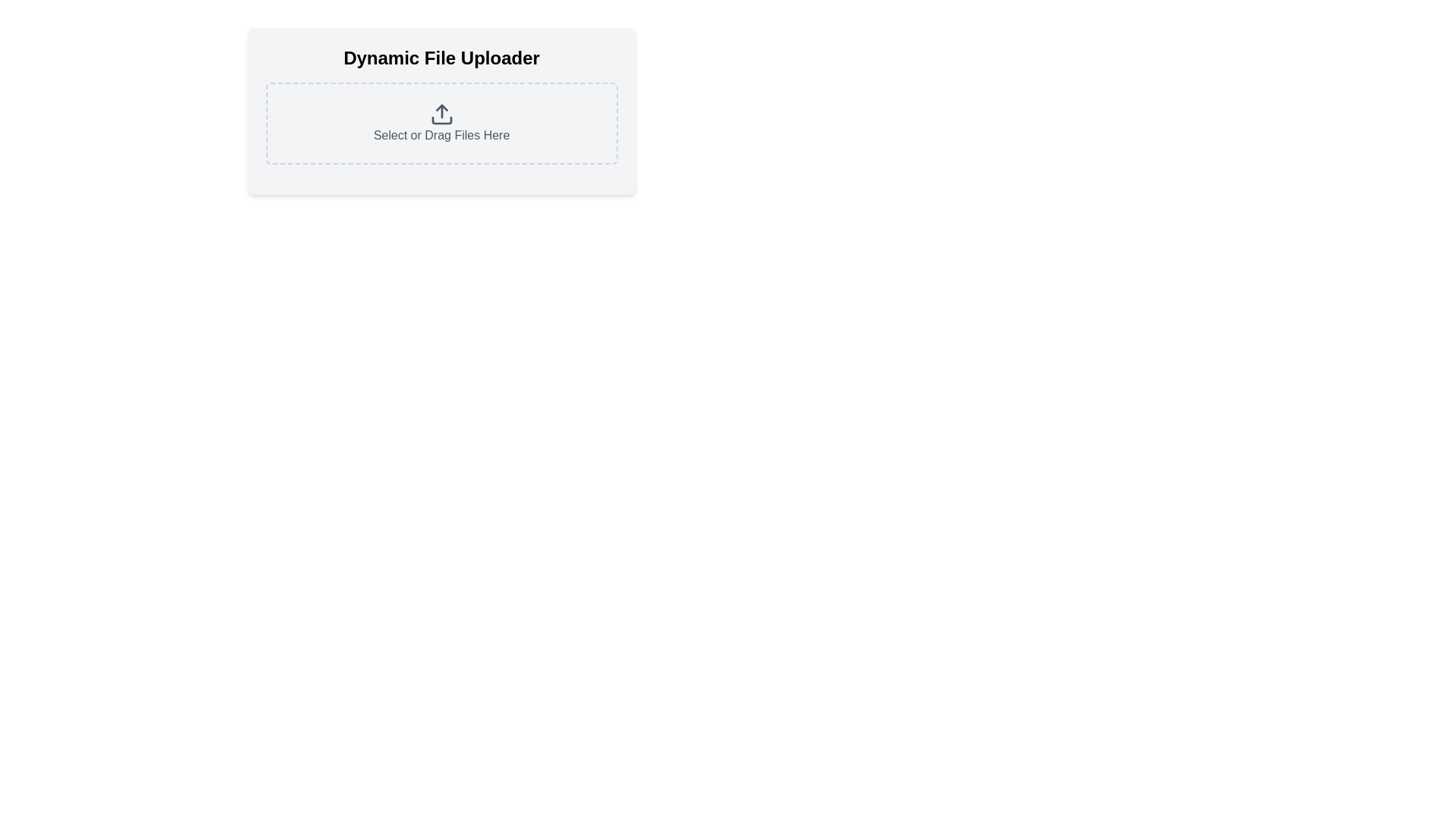 The height and width of the screenshot is (819, 1456). Describe the element at coordinates (441, 122) in the screenshot. I see `files onto the file input field with a light gray background and dashed borders, which contains the text 'Select or Drag Files Here'` at that location.